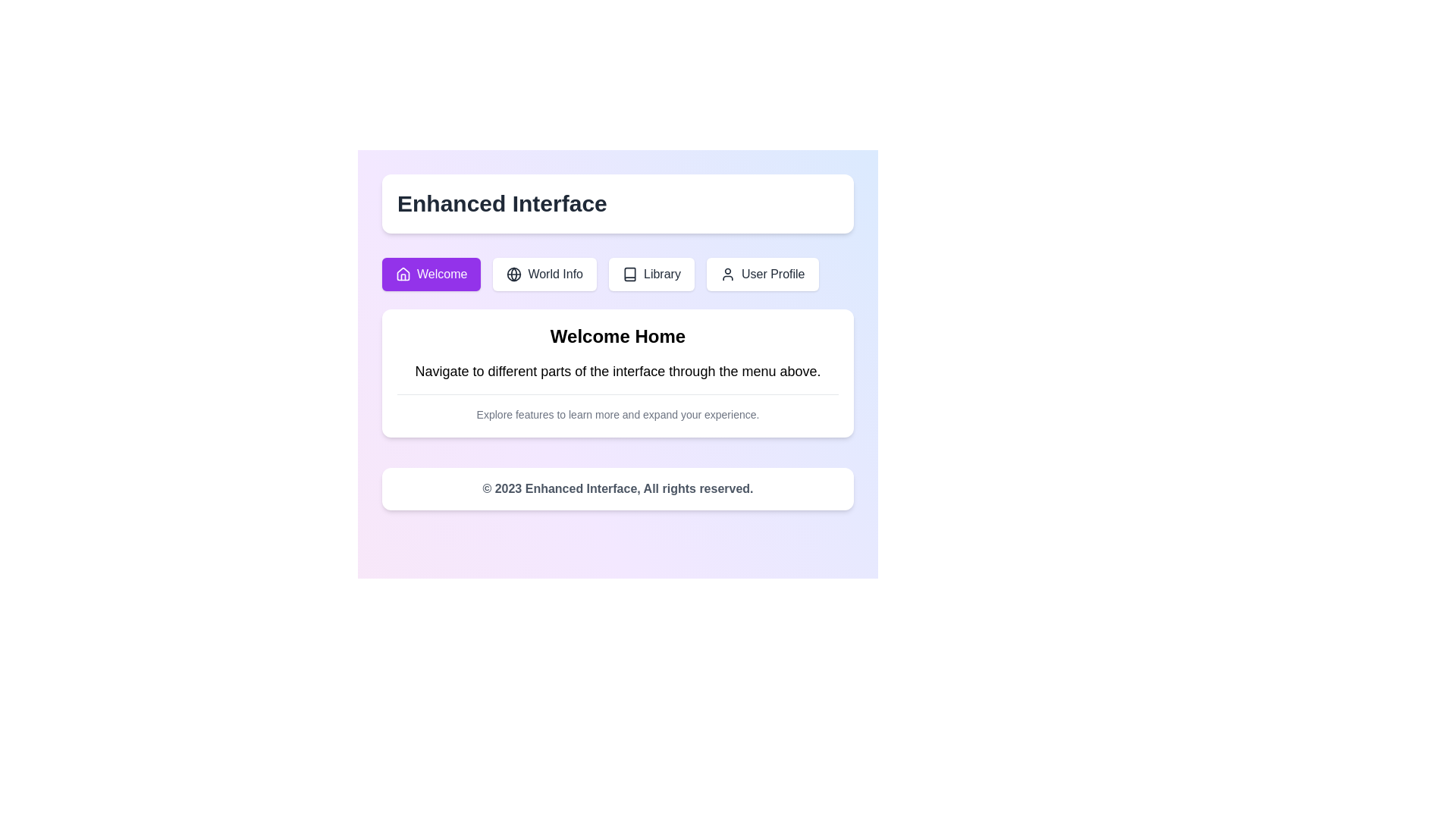 Image resolution: width=1456 pixels, height=819 pixels. Describe the element at coordinates (662, 274) in the screenshot. I see `the 'Library' button text label, which is the third button from the left in the horizontal navigation menu, helping users identify the functionality to redirect to the 'Library' section` at that location.